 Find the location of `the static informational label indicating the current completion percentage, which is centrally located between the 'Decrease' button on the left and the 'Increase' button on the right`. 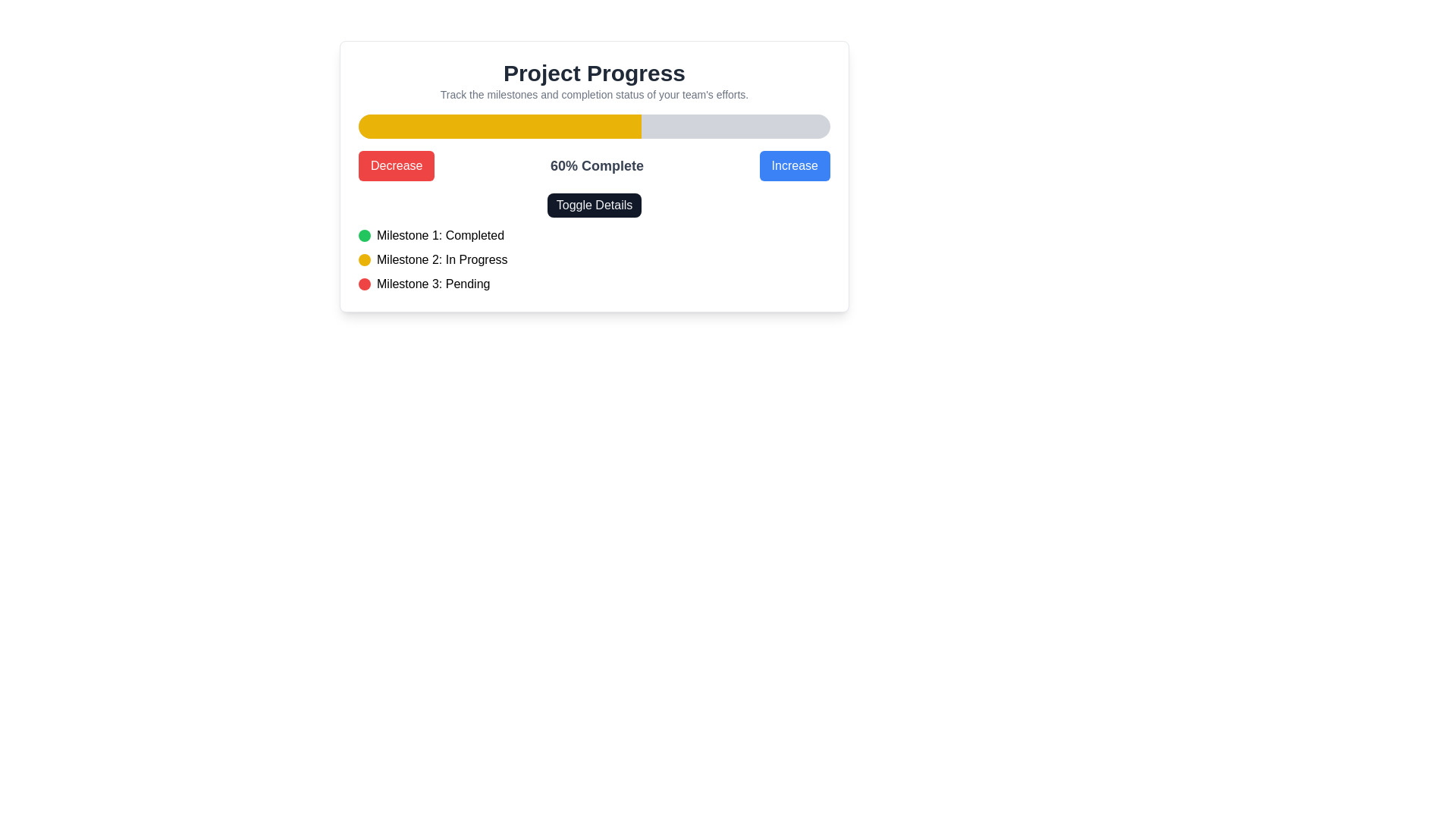

the static informational label indicating the current completion percentage, which is centrally located between the 'Decrease' button on the left and the 'Increase' button on the right is located at coordinates (596, 166).